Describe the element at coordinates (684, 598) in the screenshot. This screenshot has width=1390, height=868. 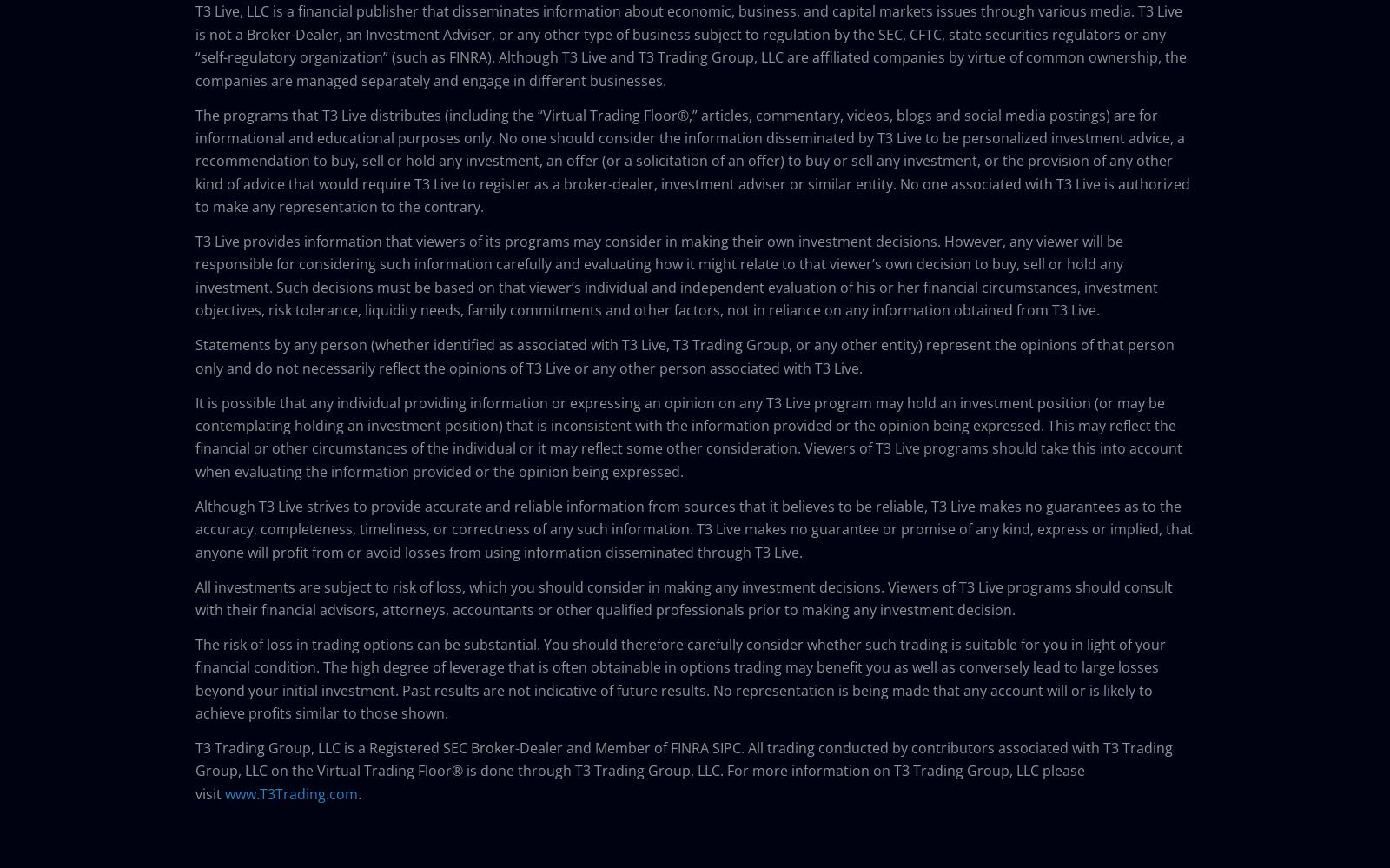
I see `'All investments are subject to risk of loss, which you should consider in making any investment decisions. Viewers of T3 Live programs should consult with their financial advisors, attorneys, accountants or other qualified professionals prior to making any investment decision.'` at that location.